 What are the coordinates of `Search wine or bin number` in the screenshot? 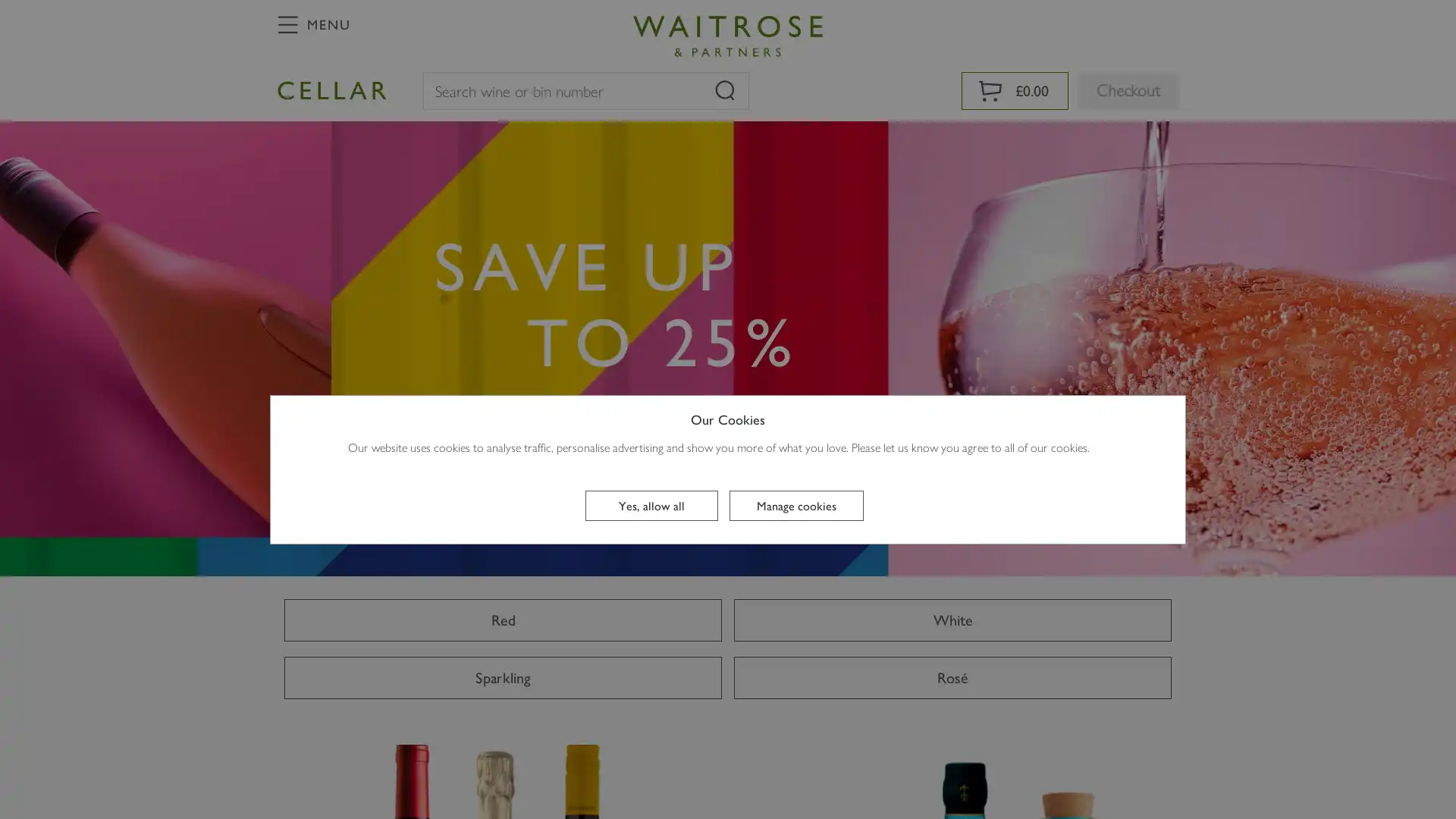 It's located at (723, 90).